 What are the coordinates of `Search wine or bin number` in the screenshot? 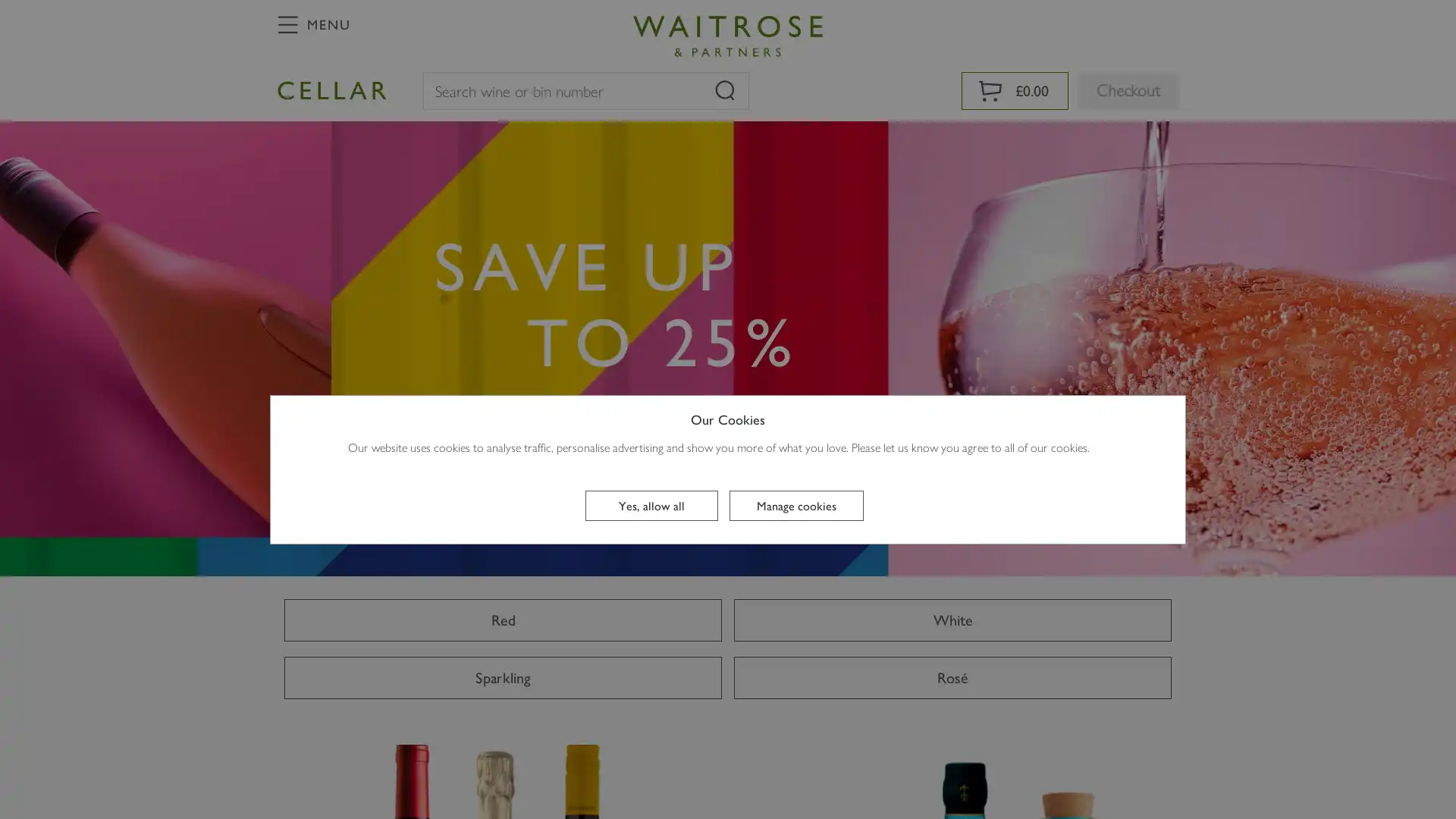 It's located at (723, 90).